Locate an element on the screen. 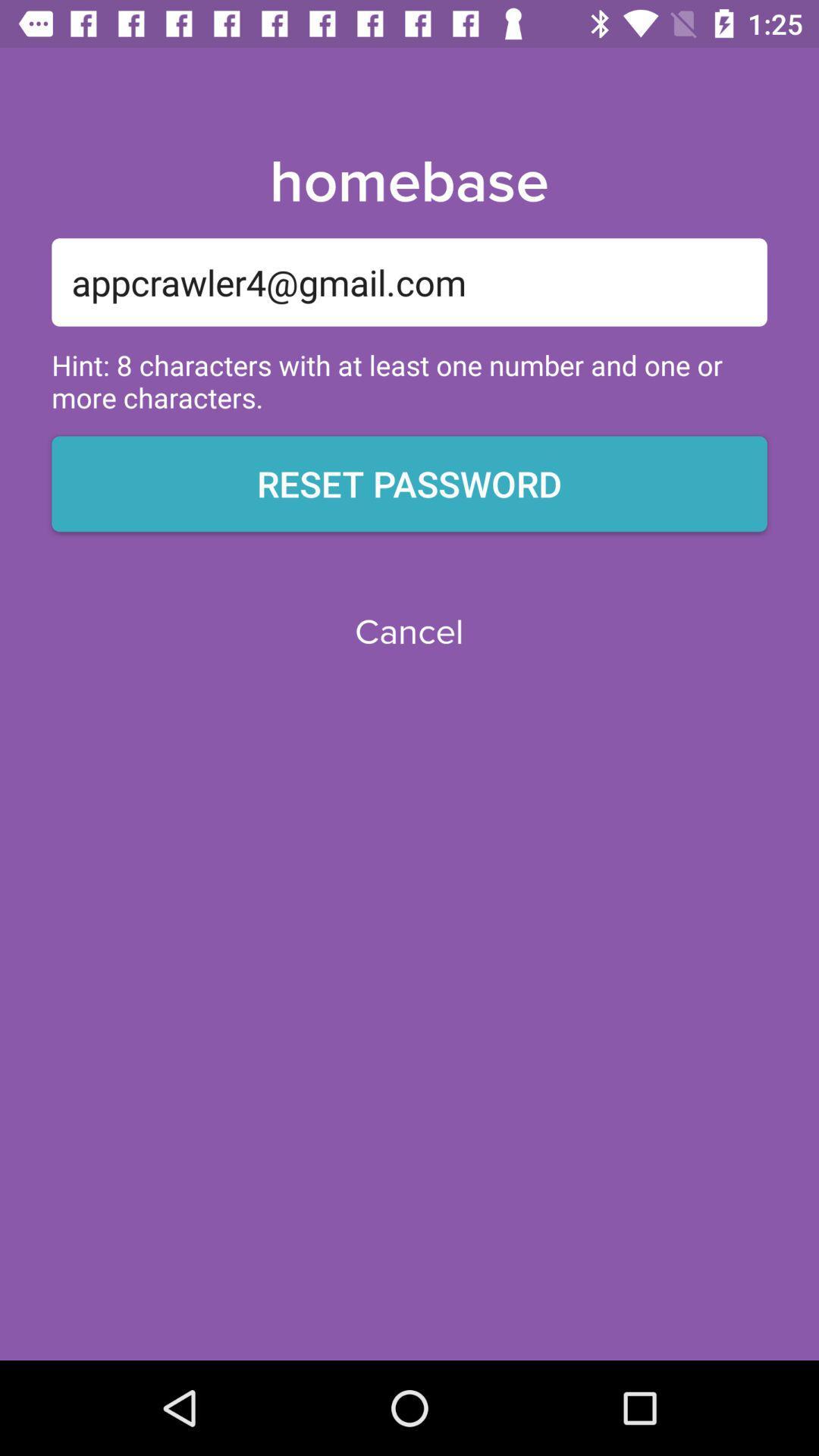 Image resolution: width=819 pixels, height=1456 pixels. the reset password is located at coordinates (409, 483).